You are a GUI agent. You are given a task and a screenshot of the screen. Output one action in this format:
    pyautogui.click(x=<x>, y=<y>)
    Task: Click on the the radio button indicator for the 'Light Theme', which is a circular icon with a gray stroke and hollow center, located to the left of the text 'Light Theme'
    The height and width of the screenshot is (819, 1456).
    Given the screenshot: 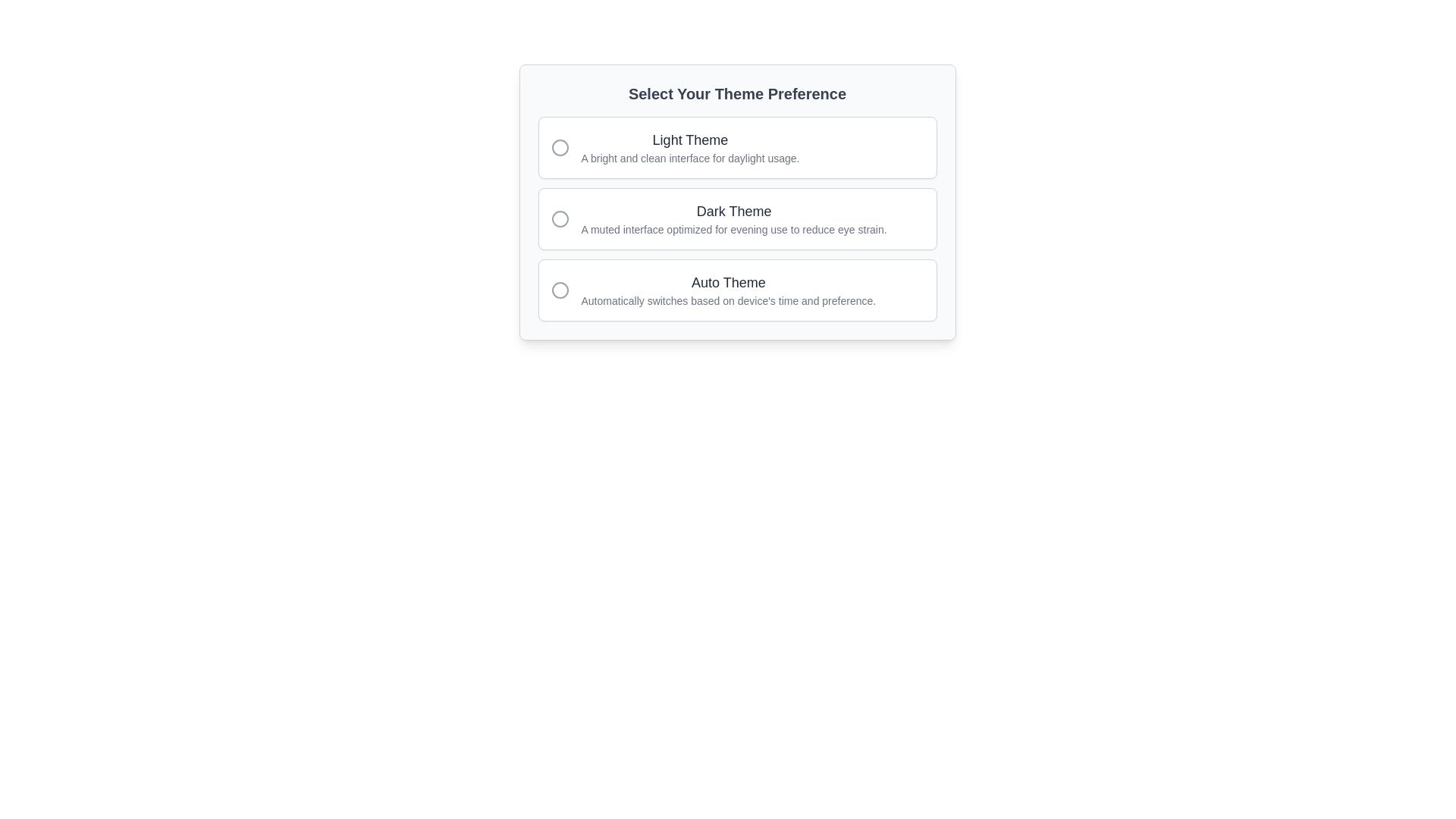 What is the action you would take?
    pyautogui.click(x=559, y=148)
    